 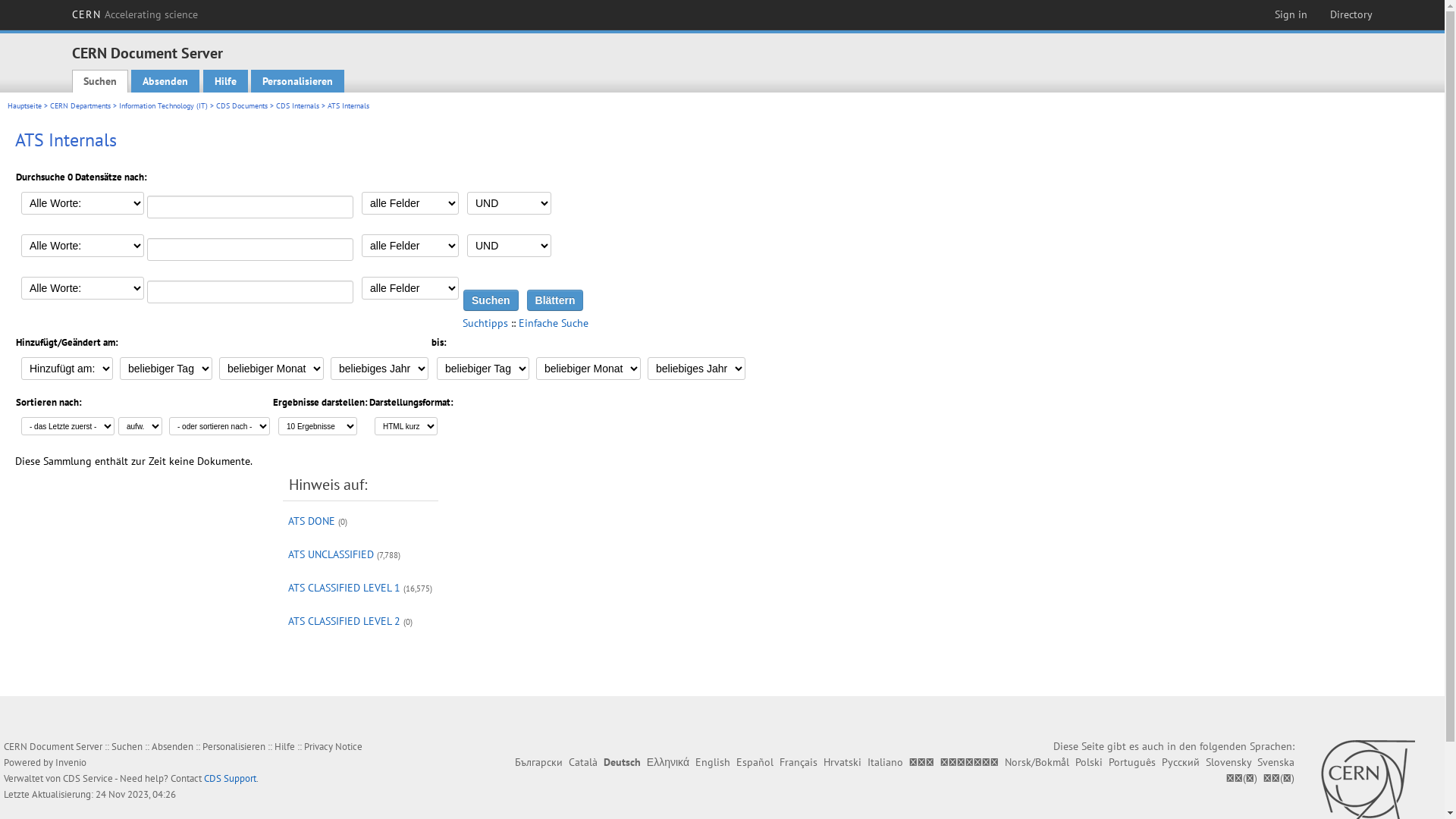 What do you see at coordinates (1290, 14) in the screenshot?
I see `'Sign in'` at bounding box center [1290, 14].